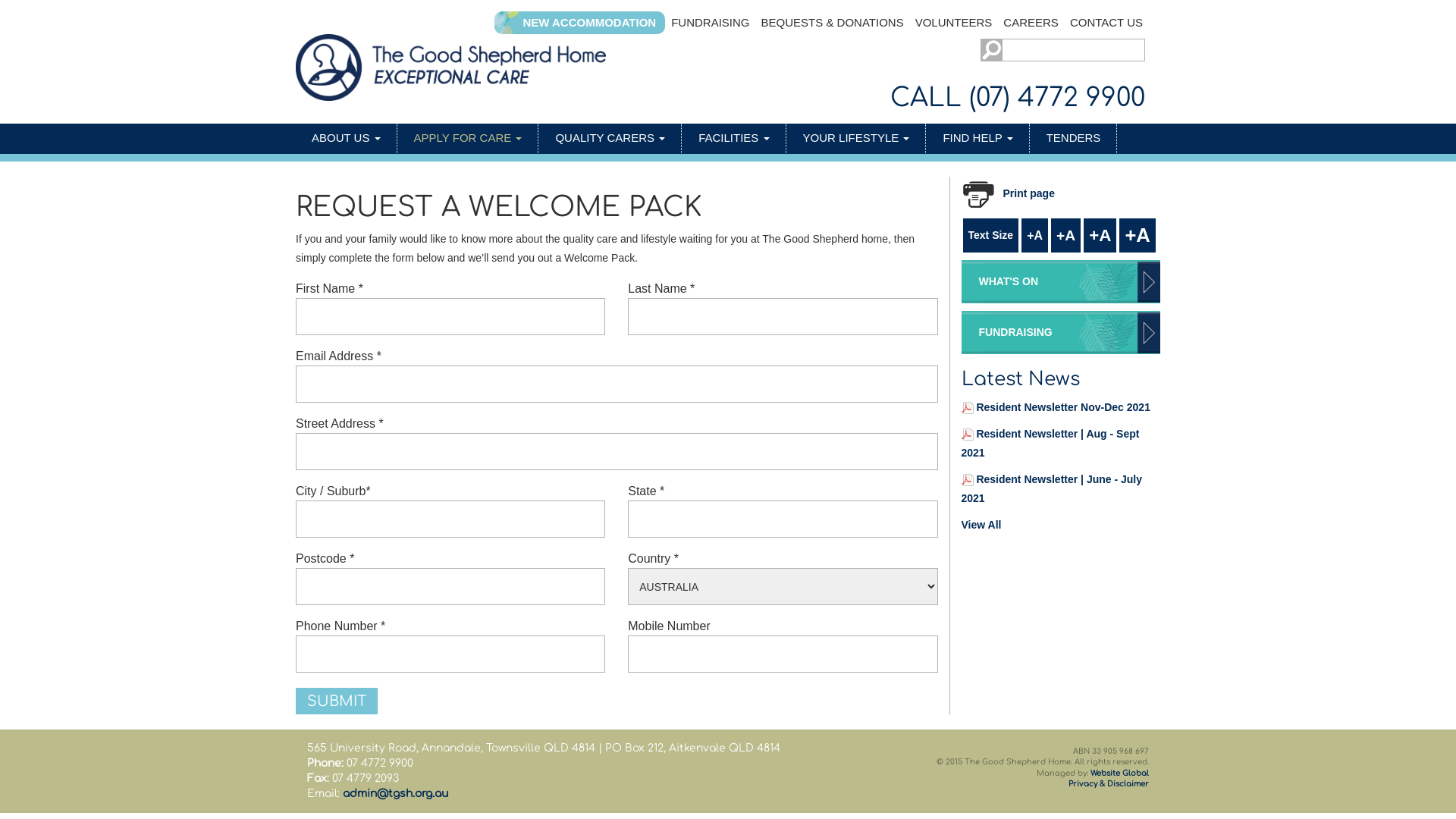  Describe the element at coordinates (336, 701) in the screenshot. I see `'Submit'` at that location.